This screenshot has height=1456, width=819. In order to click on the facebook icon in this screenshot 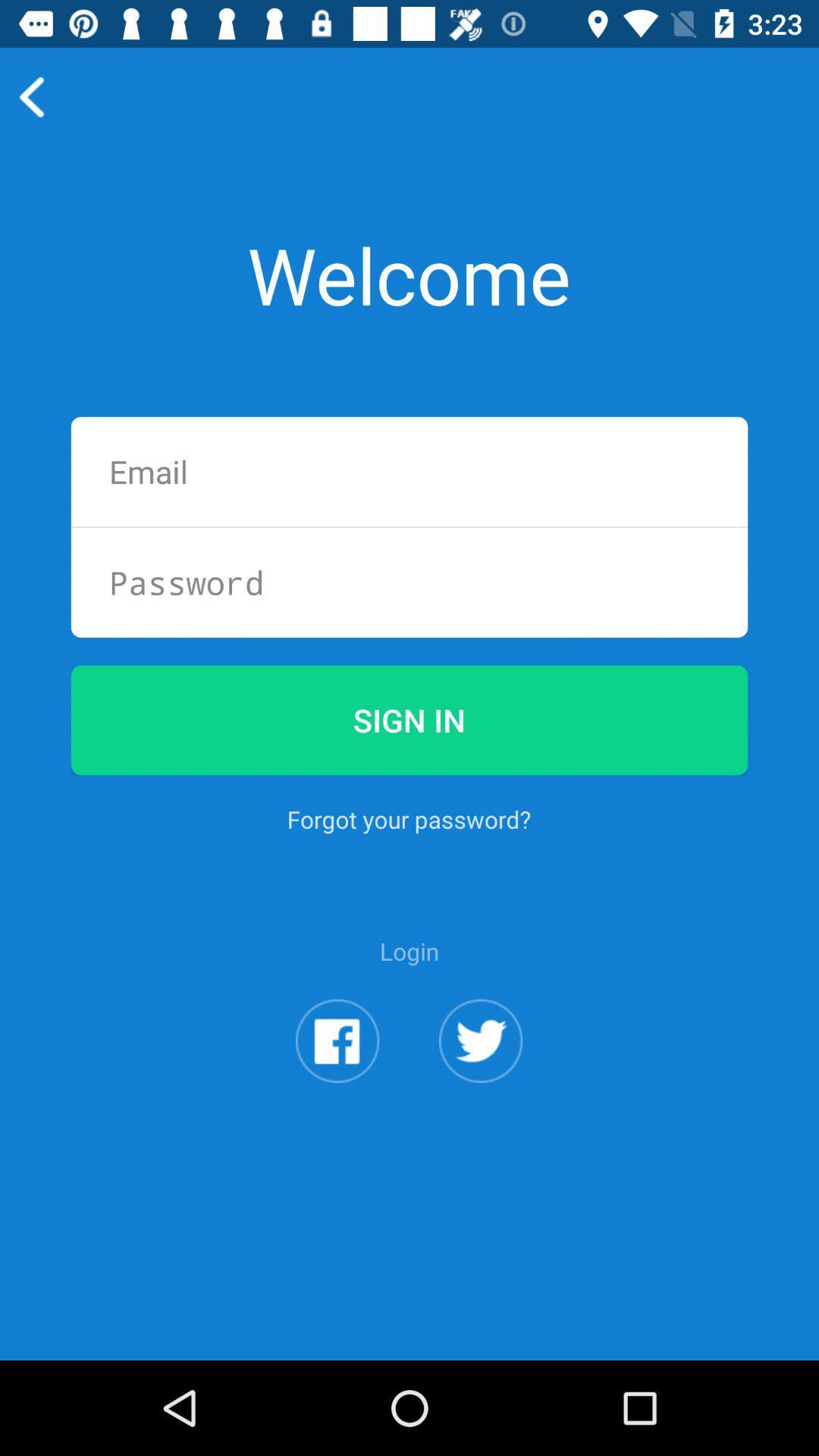, I will do `click(337, 1114)`.